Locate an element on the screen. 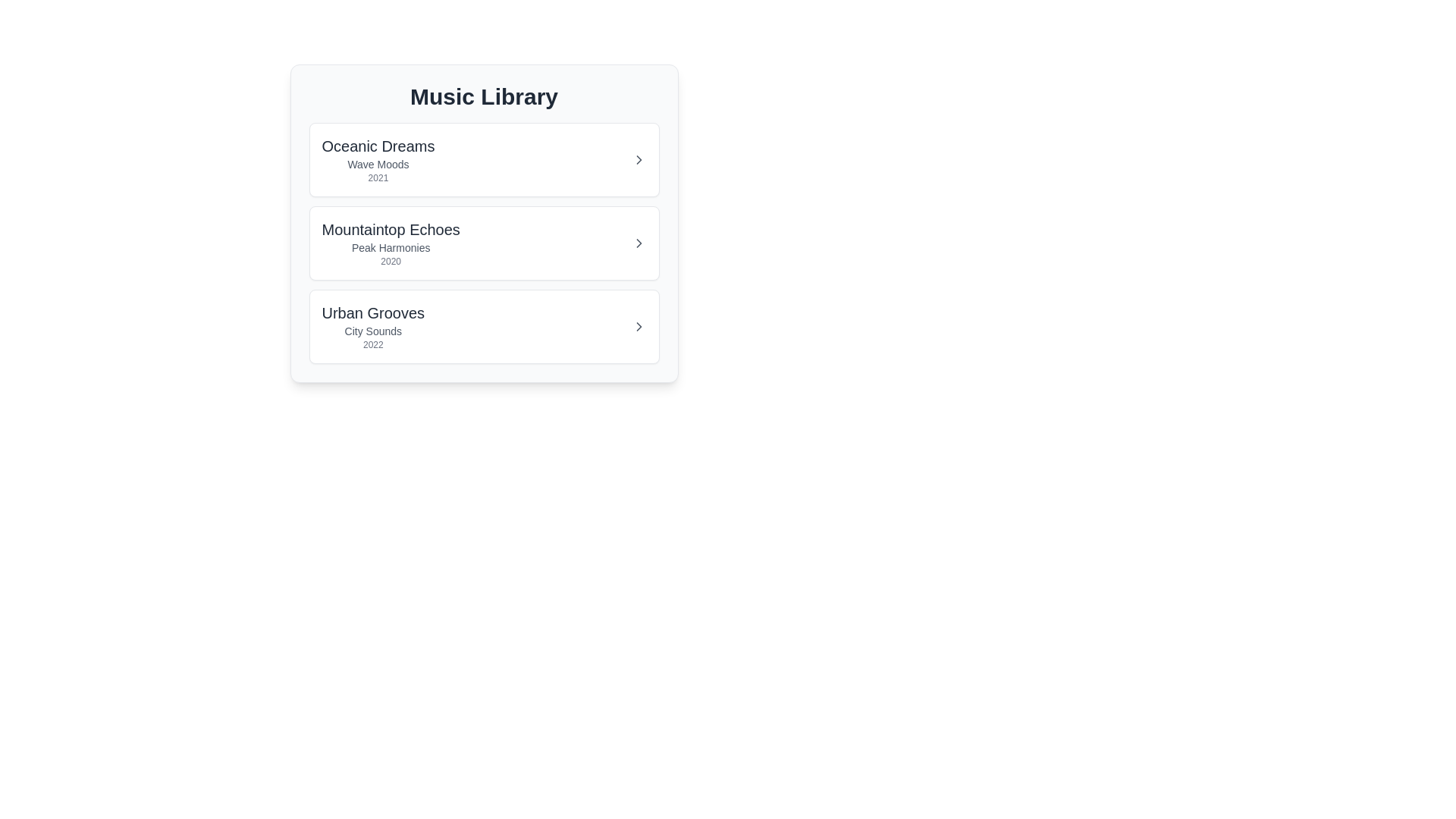 The width and height of the screenshot is (1456, 819). the album item Mountaintop Echoes to view its hover effect is located at coordinates (483, 242).